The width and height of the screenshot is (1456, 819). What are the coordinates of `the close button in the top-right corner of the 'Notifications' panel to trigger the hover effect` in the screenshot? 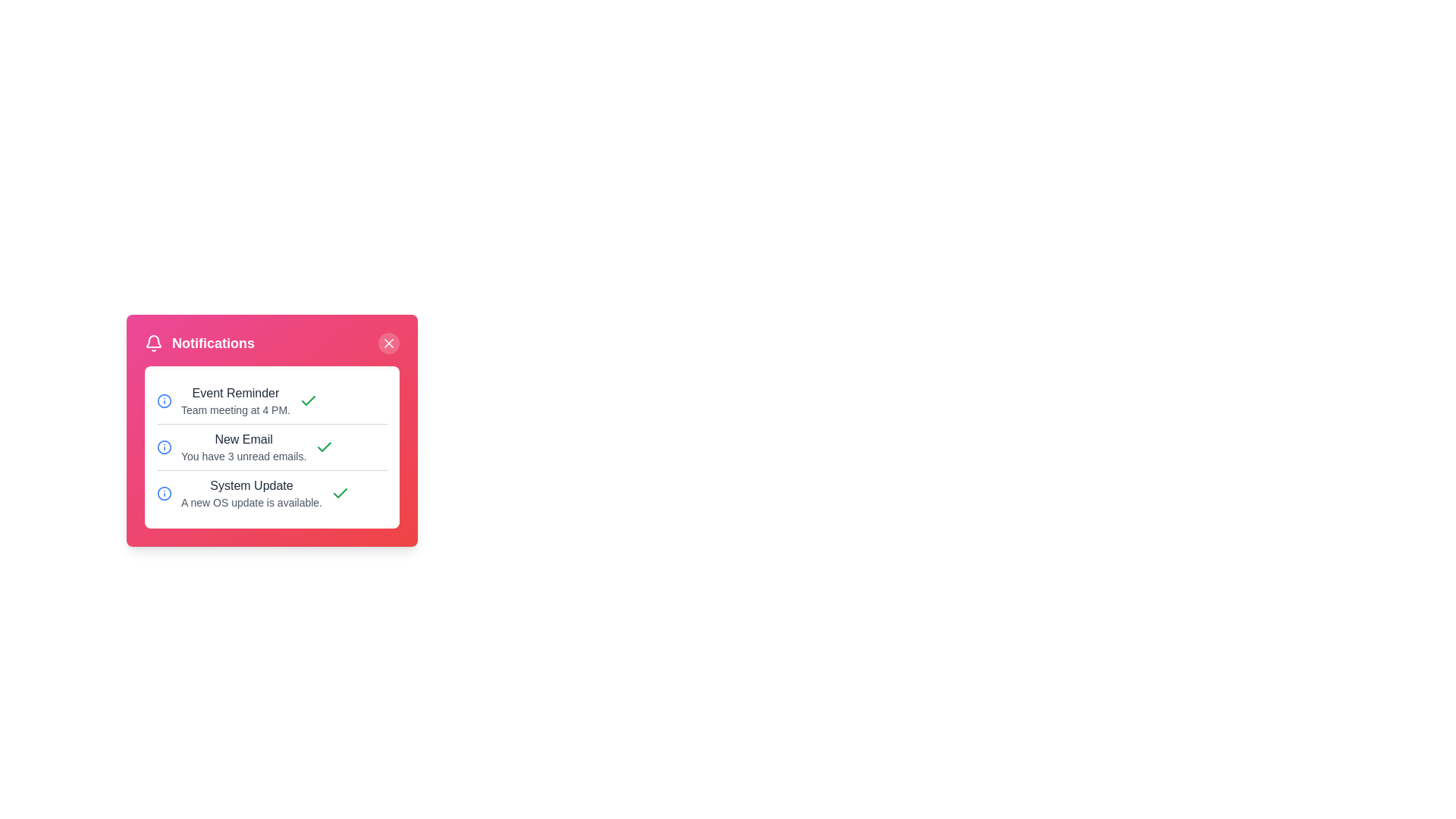 It's located at (389, 343).